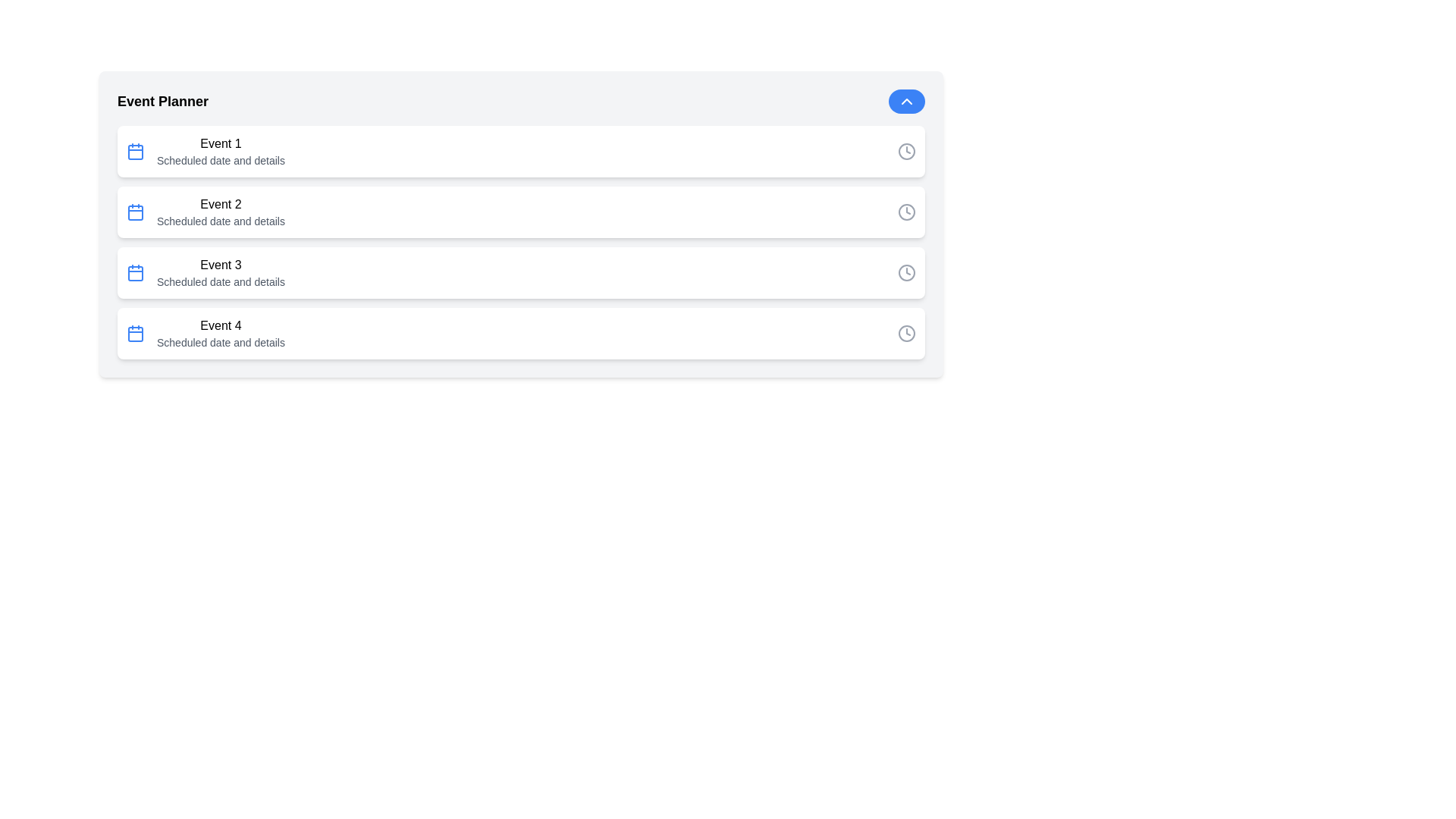  What do you see at coordinates (521, 152) in the screenshot?
I see `event title 'Event 1' and the details 'Scheduled date and details' from the visual card element with a white background and rounded corners, located in the 'Event Planner' section` at bounding box center [521, 152].